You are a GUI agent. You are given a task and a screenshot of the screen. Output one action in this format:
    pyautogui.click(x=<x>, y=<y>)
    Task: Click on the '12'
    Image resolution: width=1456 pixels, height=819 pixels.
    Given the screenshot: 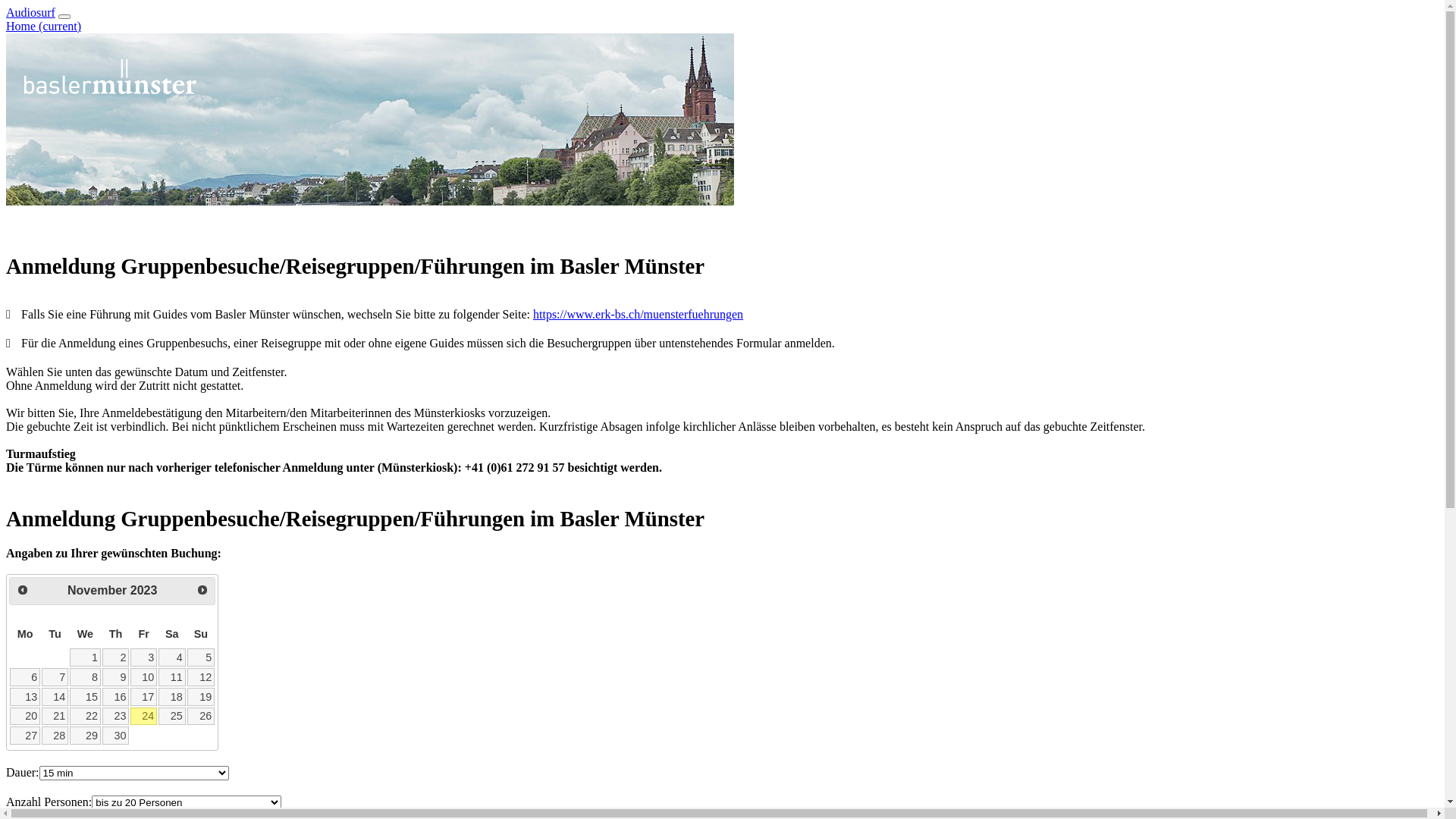 What is the action you would take?
    pyautogui.click(x=200, y=676)
    